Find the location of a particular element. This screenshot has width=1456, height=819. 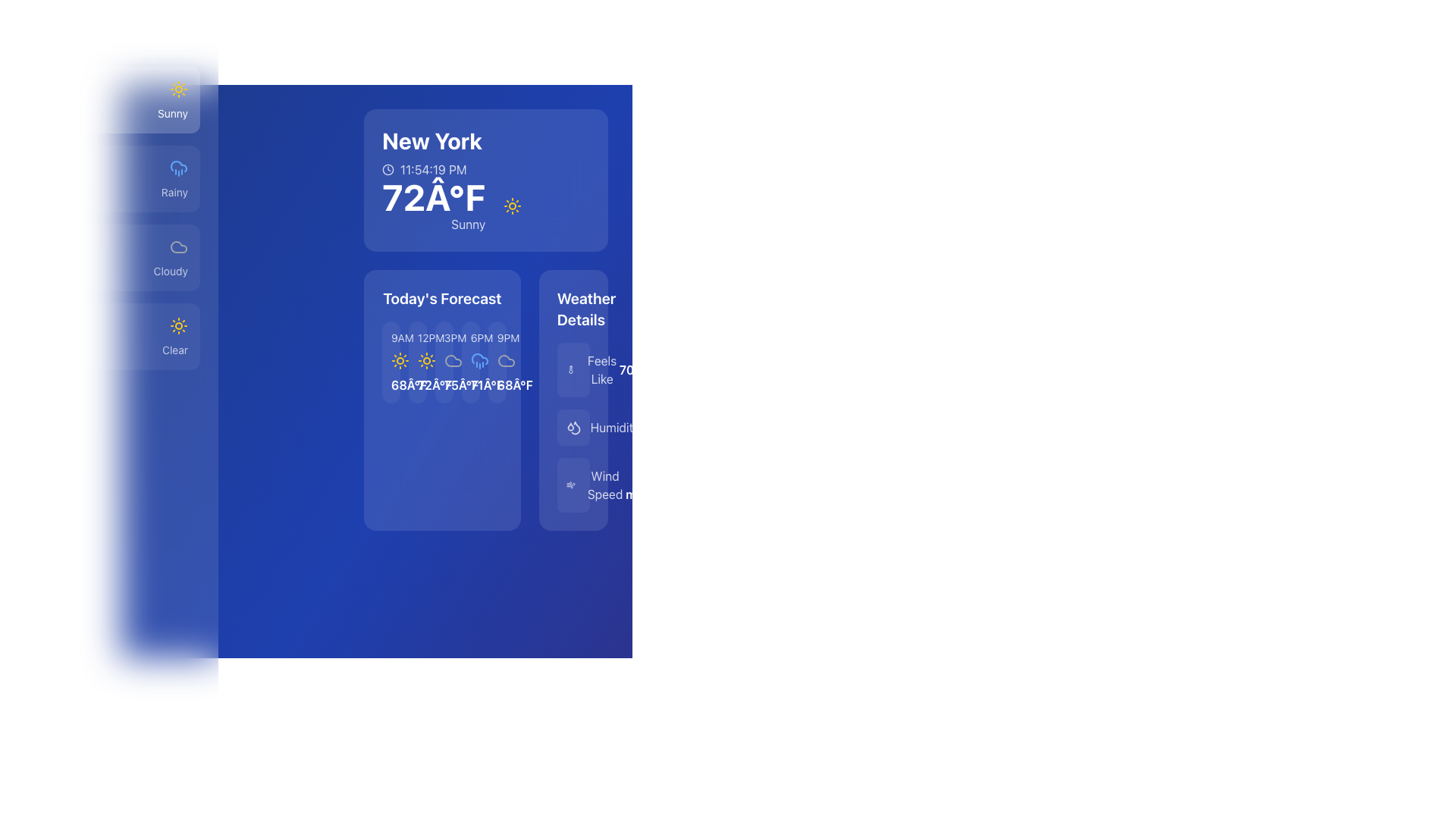

Text Label indicating wind speed data, located at the bottom of the 'Weather Details' section, which is the last element in its group is located at coordinates (604, 485).